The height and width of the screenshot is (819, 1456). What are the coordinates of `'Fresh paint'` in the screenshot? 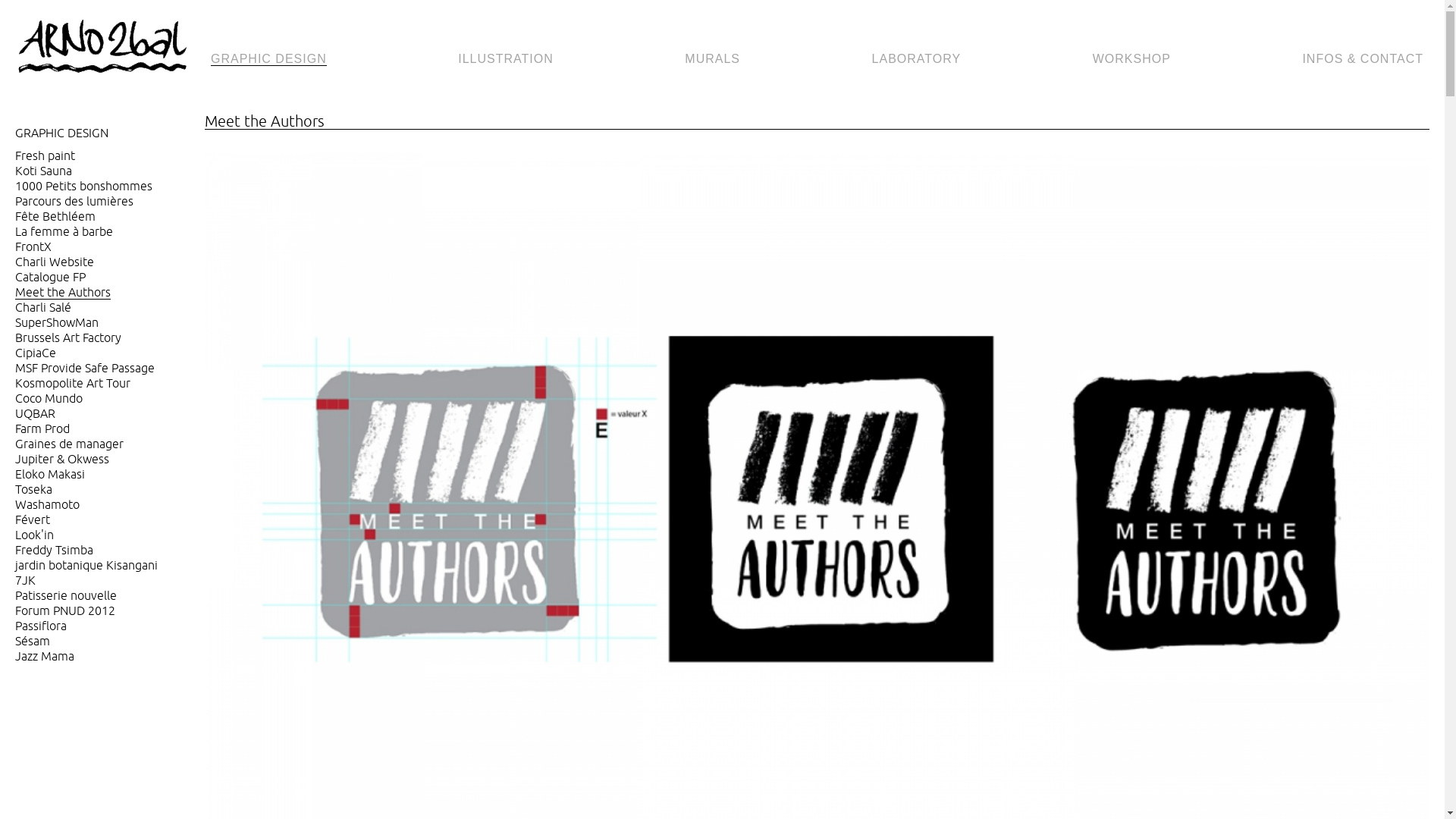 It's located at (14, 155).